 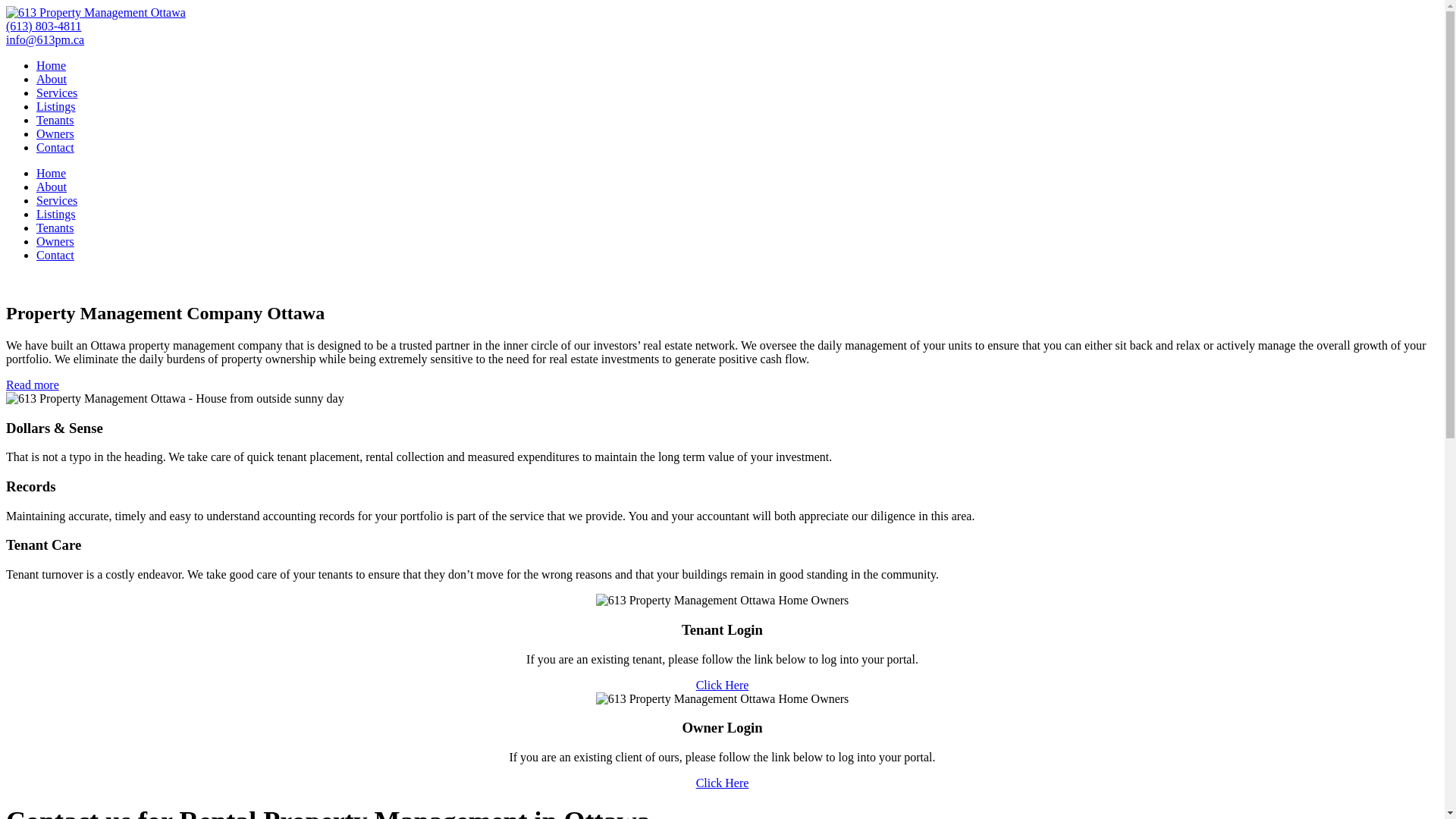 I want to click on 'Listings', so click(x=55, y=214).